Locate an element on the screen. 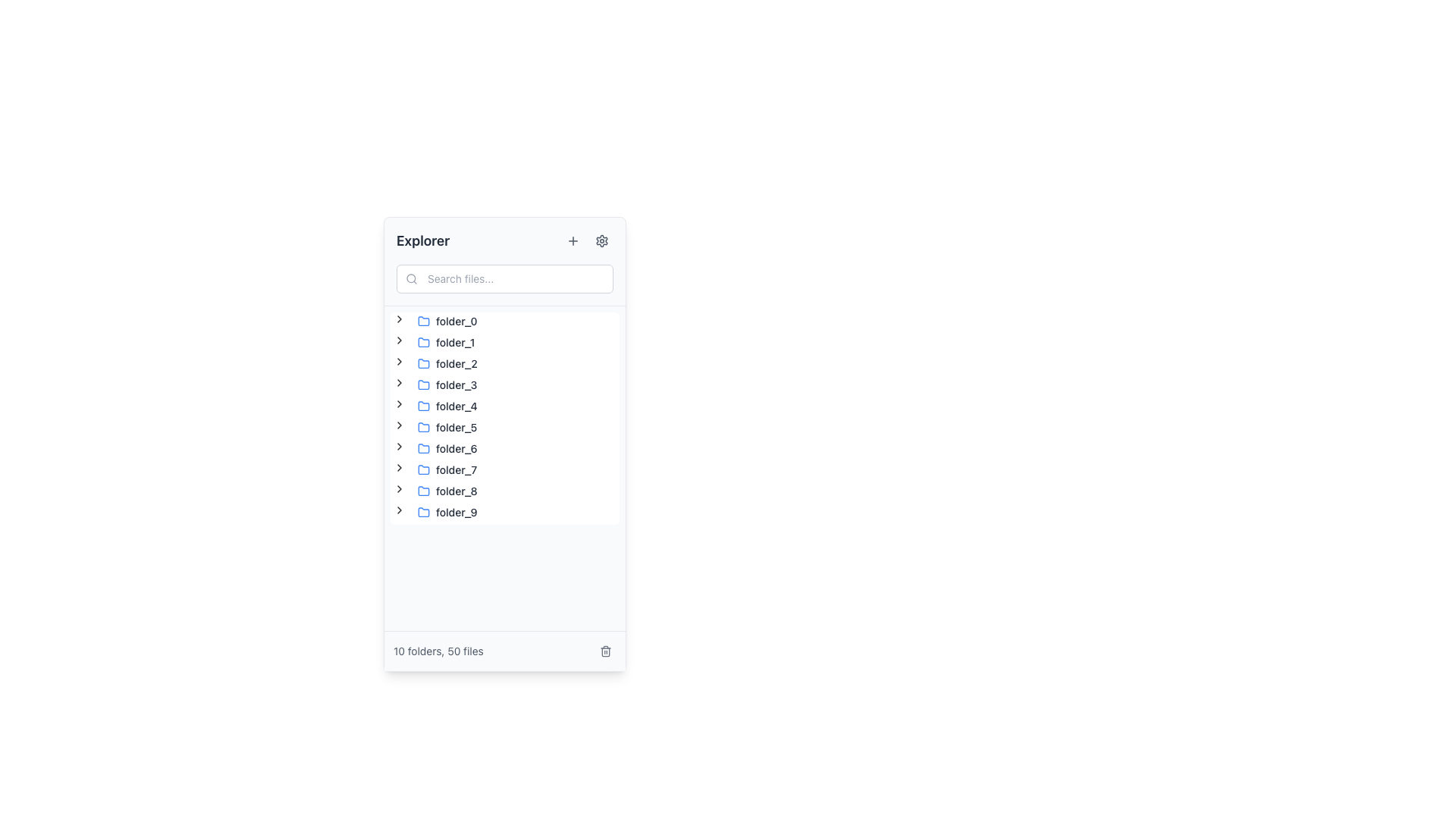 The height and width of the screenshot is (819, 1456). on the Chevron icon next is located at coordinates (400, 510).